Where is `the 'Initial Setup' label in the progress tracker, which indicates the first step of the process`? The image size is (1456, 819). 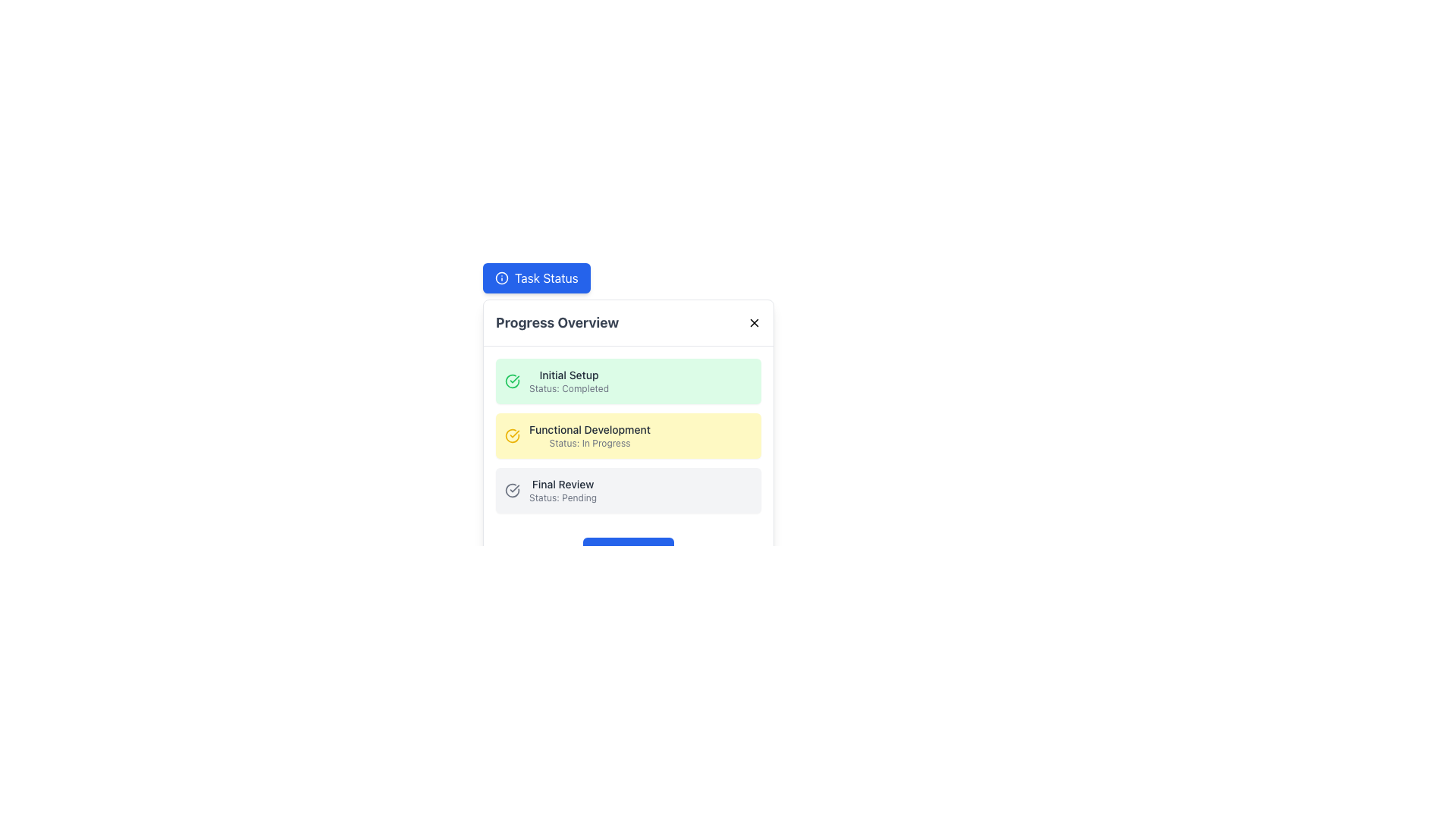
the 'Initial Setup' label in the progress tracker, which indicates the first step of the process is located at coordinates (568, 375).